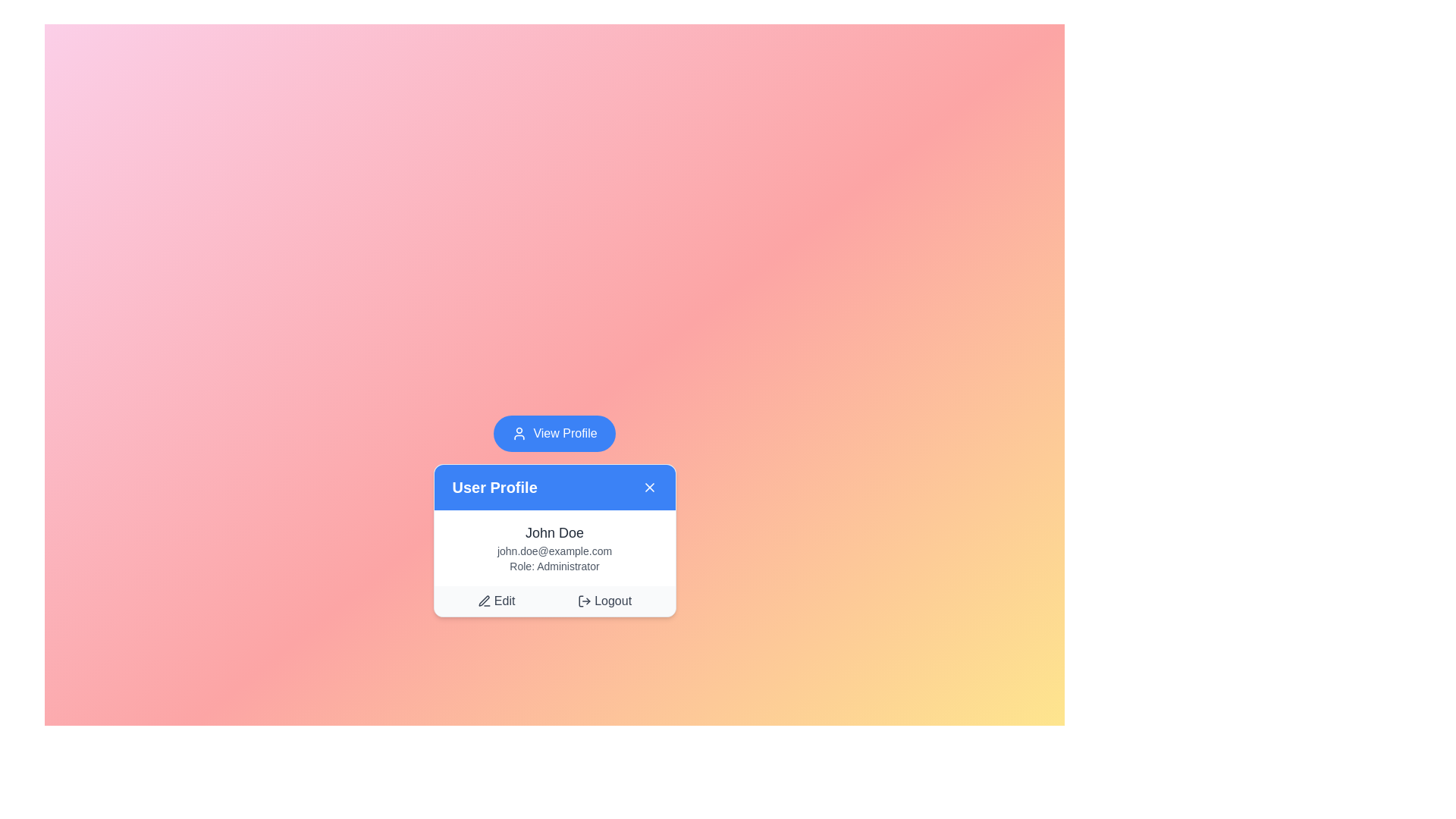  What do you see at coordinates (554, 601) in the screenshot?
I see `the 'Logout' option on the light-gray bar located at the bottom of the user profile card, which contains options for 'Edit' and 'Logout'` at bounding box center [554, 601].